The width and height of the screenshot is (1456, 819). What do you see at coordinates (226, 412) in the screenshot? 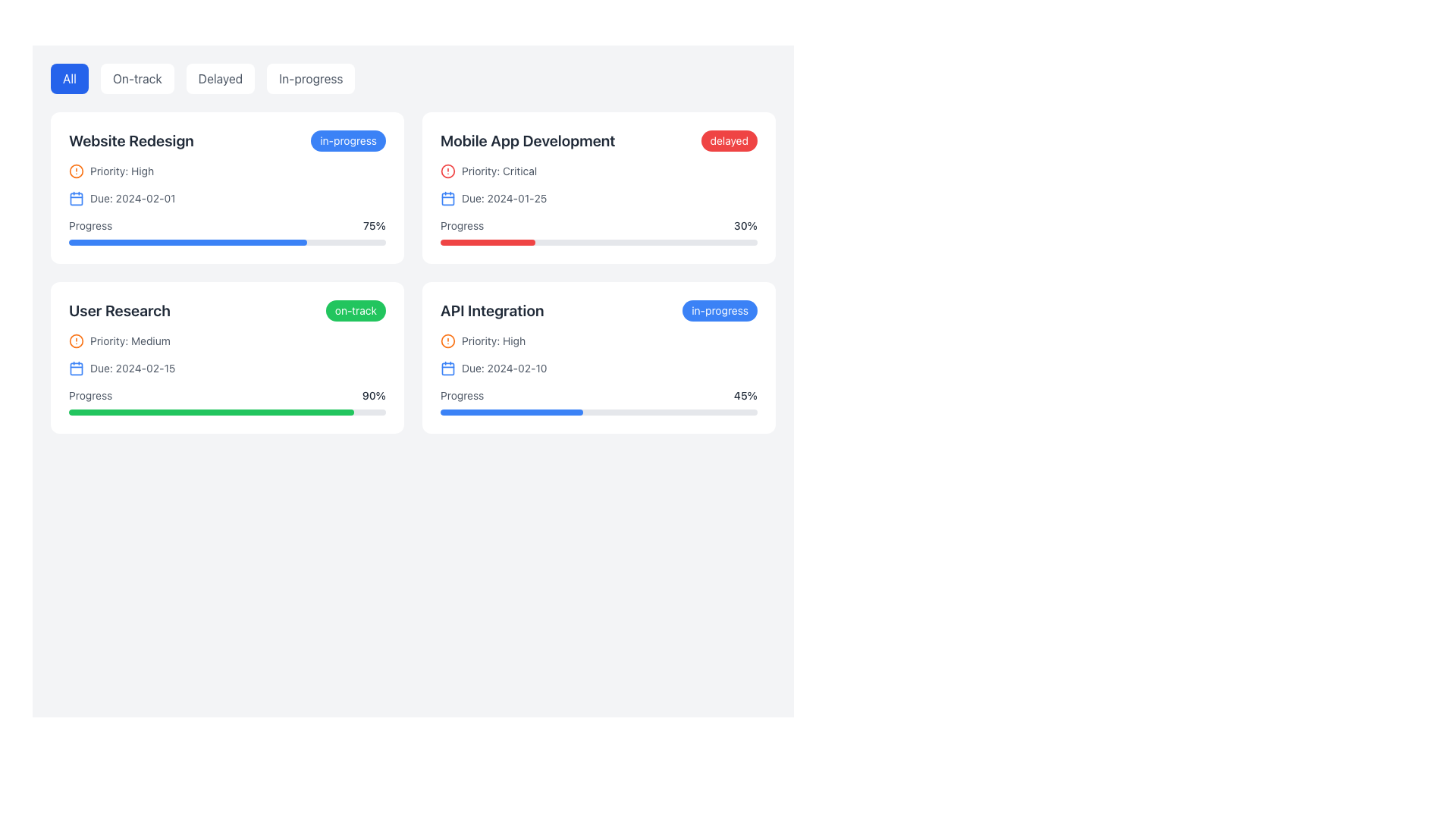
I see `the progress bar in the 'User Research' section, which has a light gray background and a green section representing 90% progress` at bounding box center [226, 412].